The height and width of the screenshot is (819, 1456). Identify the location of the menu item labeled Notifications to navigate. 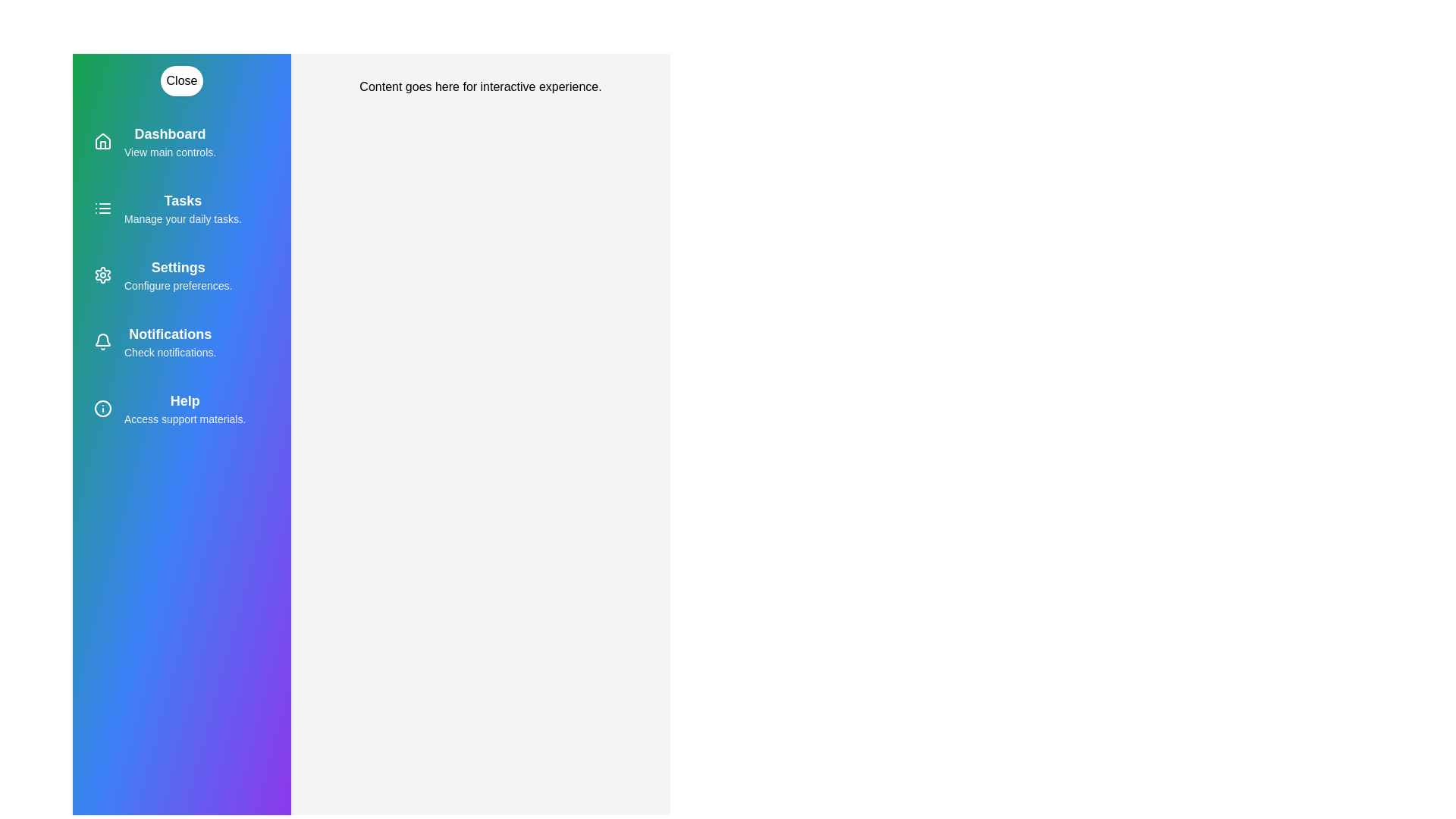
(182, 342).